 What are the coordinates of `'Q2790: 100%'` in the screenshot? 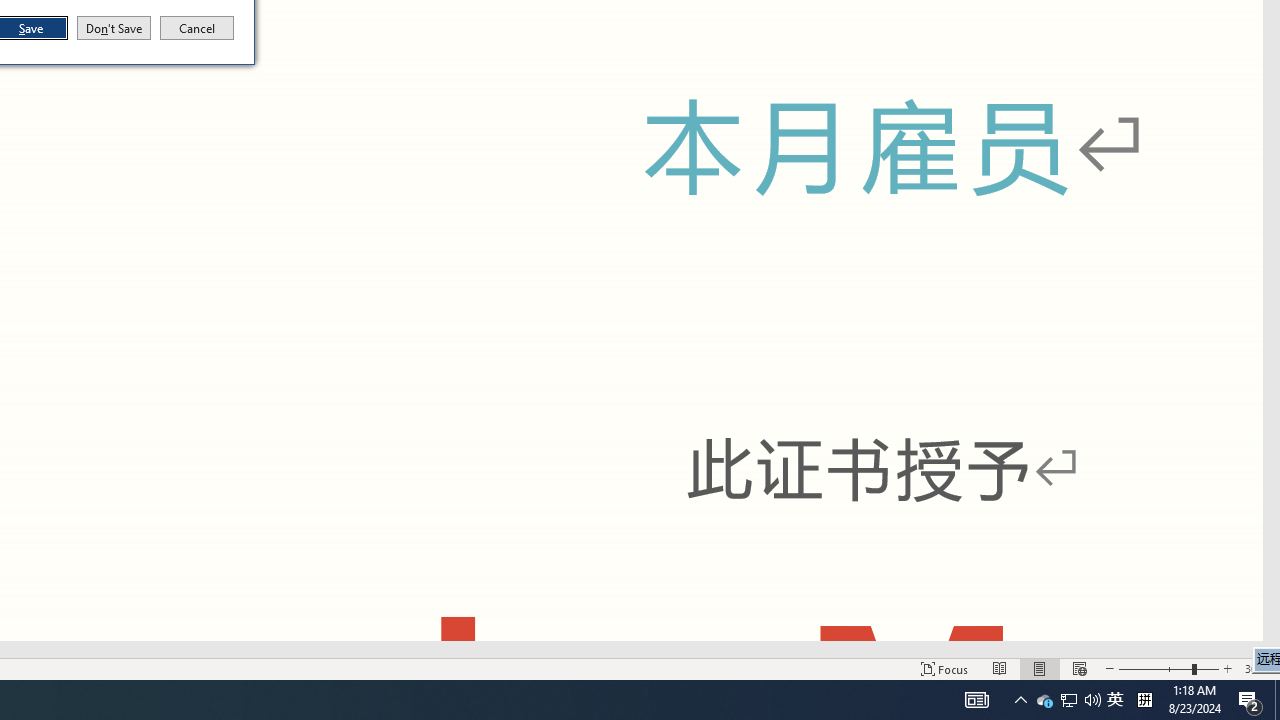 It's located at (1092, 698).